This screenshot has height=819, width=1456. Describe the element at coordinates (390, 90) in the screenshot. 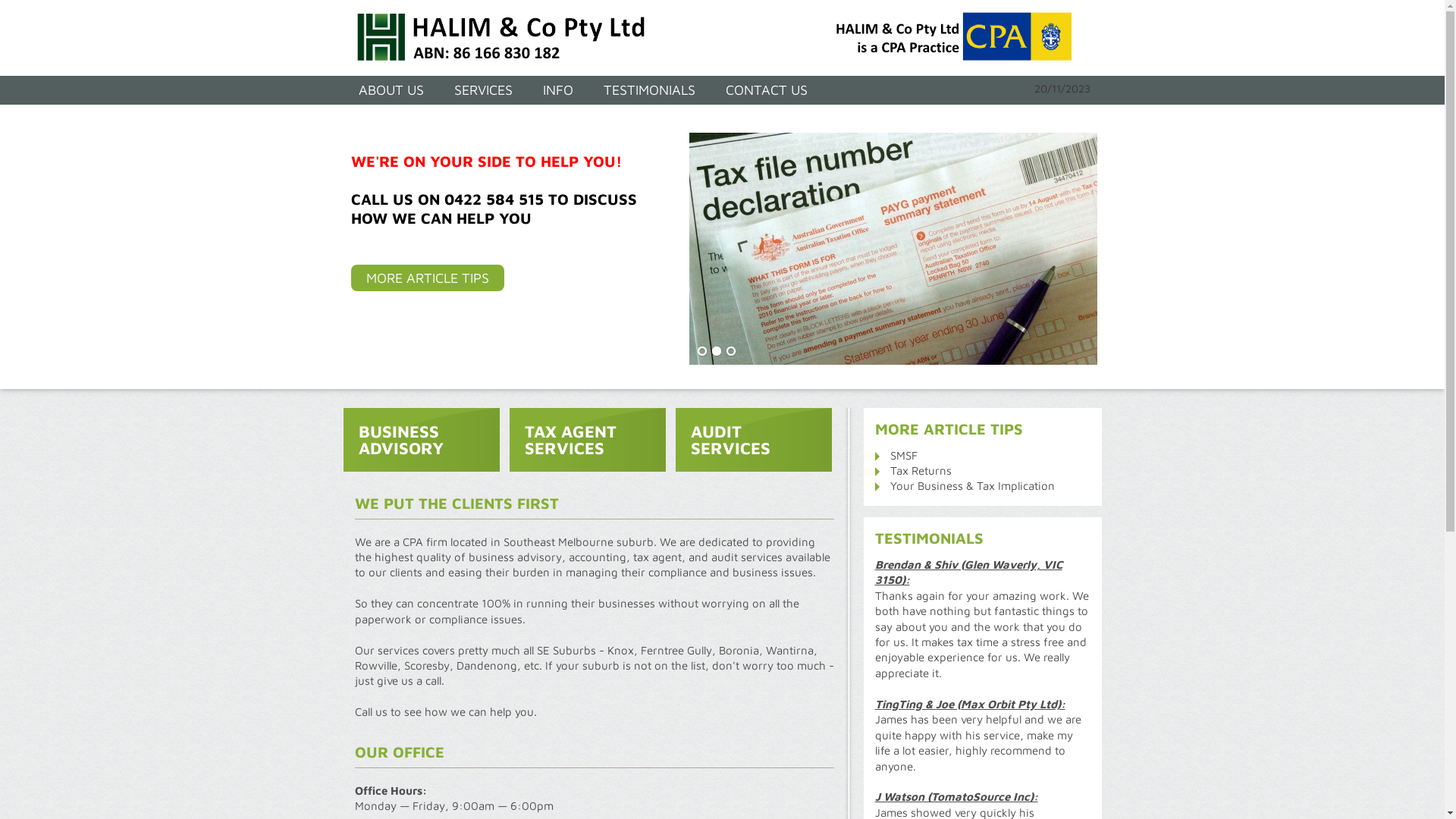

I see `'ABOUT US'` at that location.